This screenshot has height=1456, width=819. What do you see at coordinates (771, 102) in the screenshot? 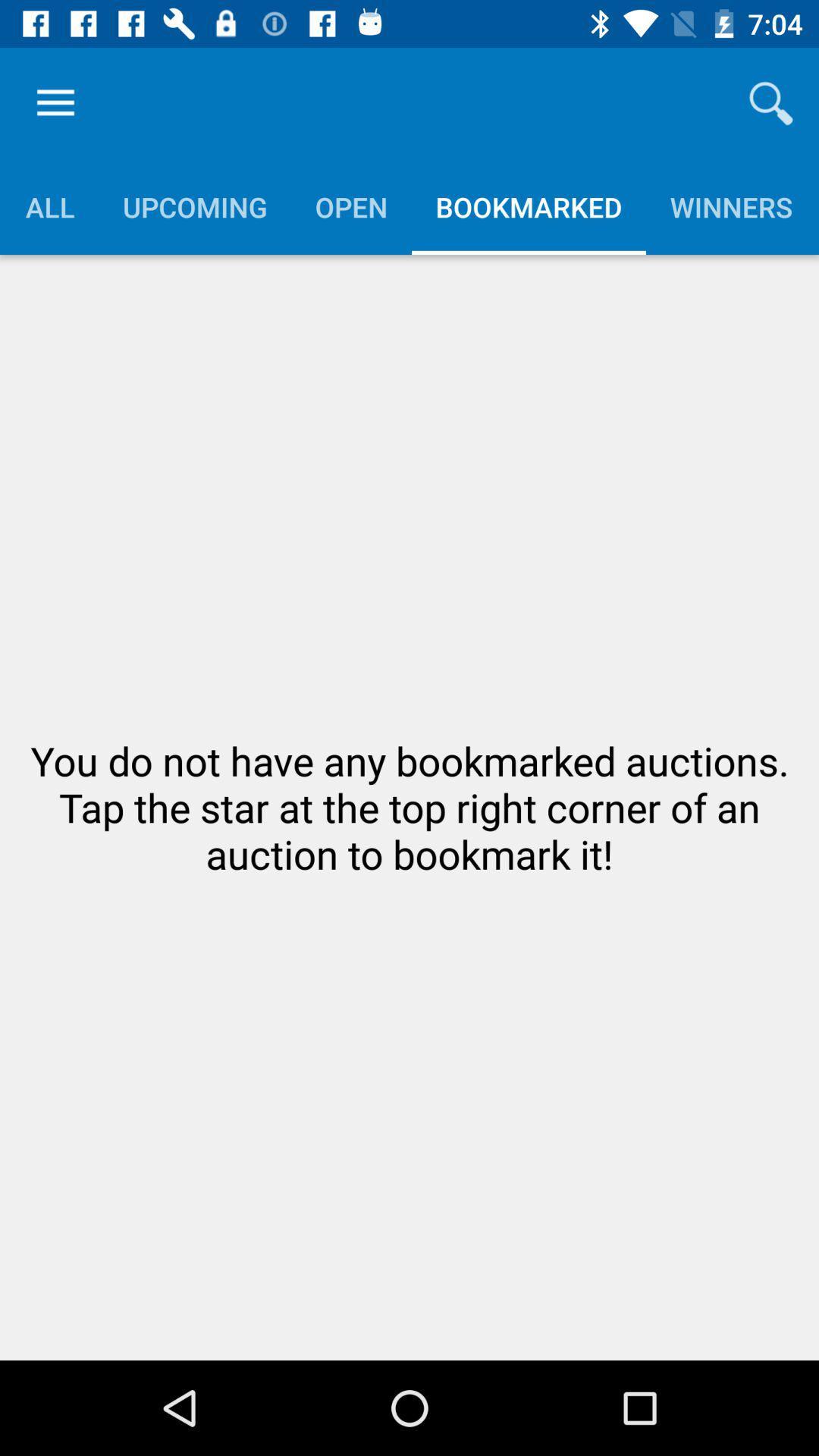
I see `item above the winners item` at bounding box center [771, 102].